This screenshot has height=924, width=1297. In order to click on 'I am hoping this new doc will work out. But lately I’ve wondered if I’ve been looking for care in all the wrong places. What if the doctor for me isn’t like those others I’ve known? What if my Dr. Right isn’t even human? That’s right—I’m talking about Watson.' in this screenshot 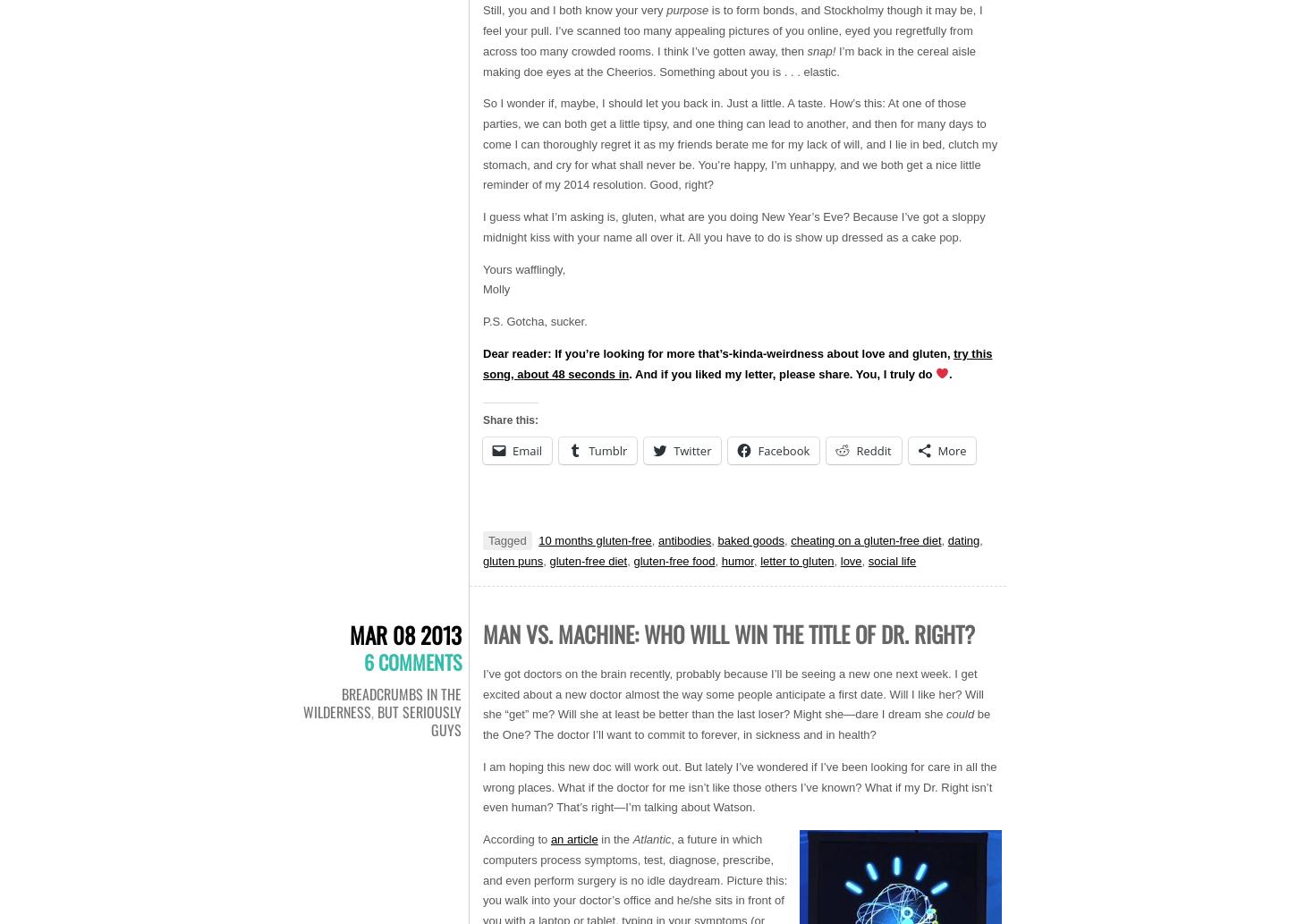, I will do `click(739, 785)`.